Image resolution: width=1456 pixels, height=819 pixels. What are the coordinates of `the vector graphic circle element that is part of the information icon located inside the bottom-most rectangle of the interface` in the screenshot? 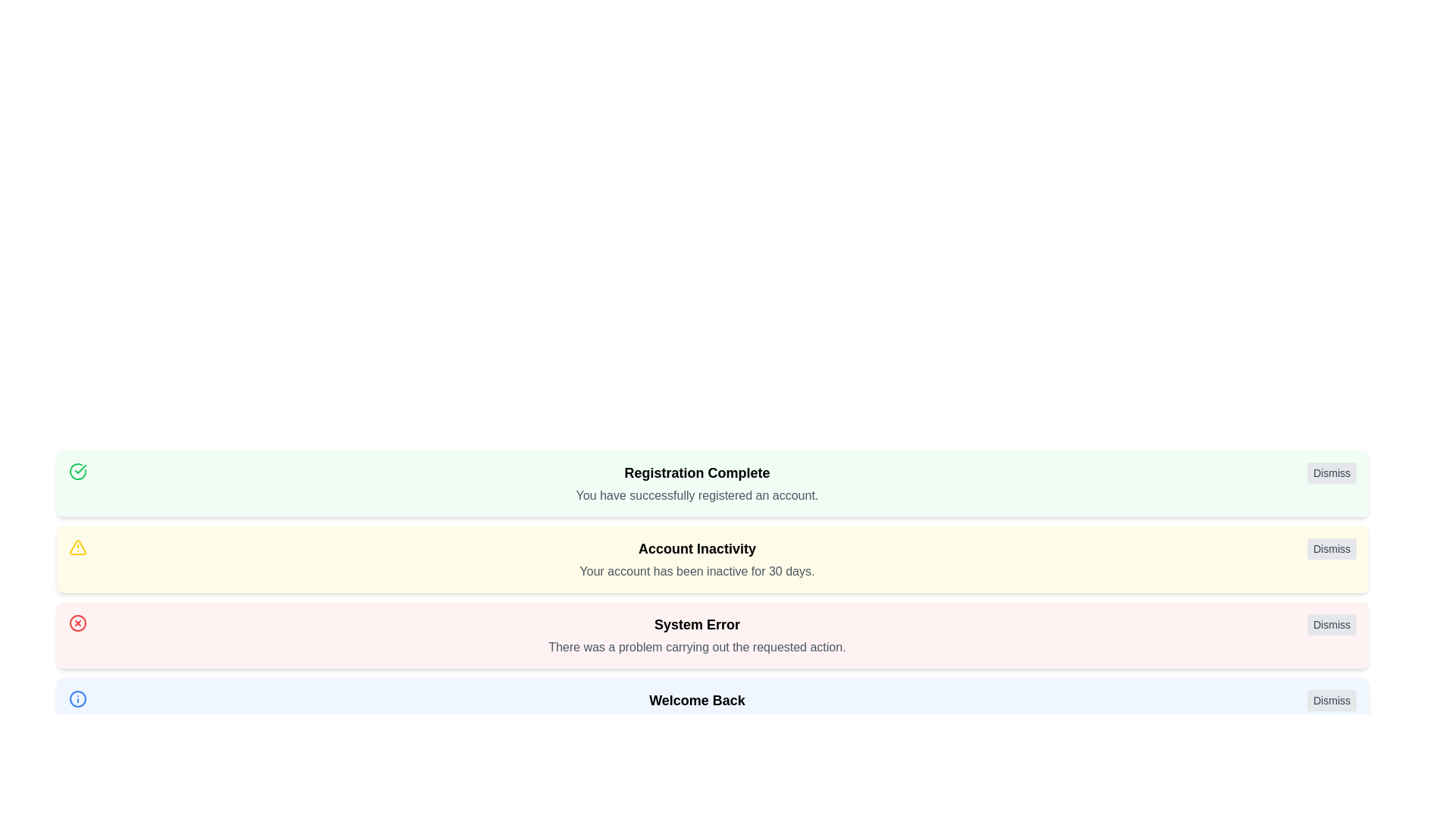 It's located at (77, 698).